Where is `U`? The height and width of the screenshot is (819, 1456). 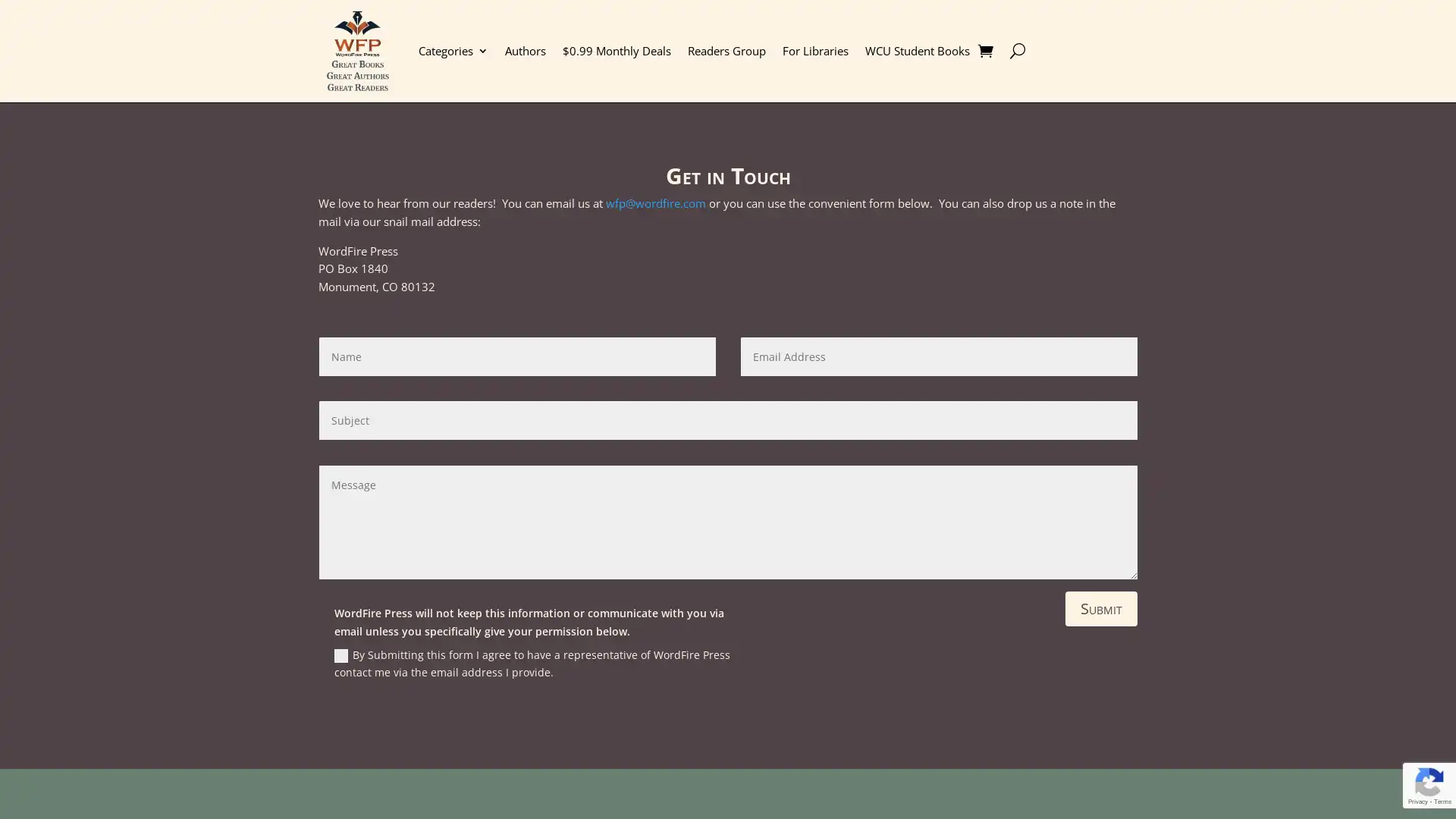 U is located at coordinates (1016, 49).